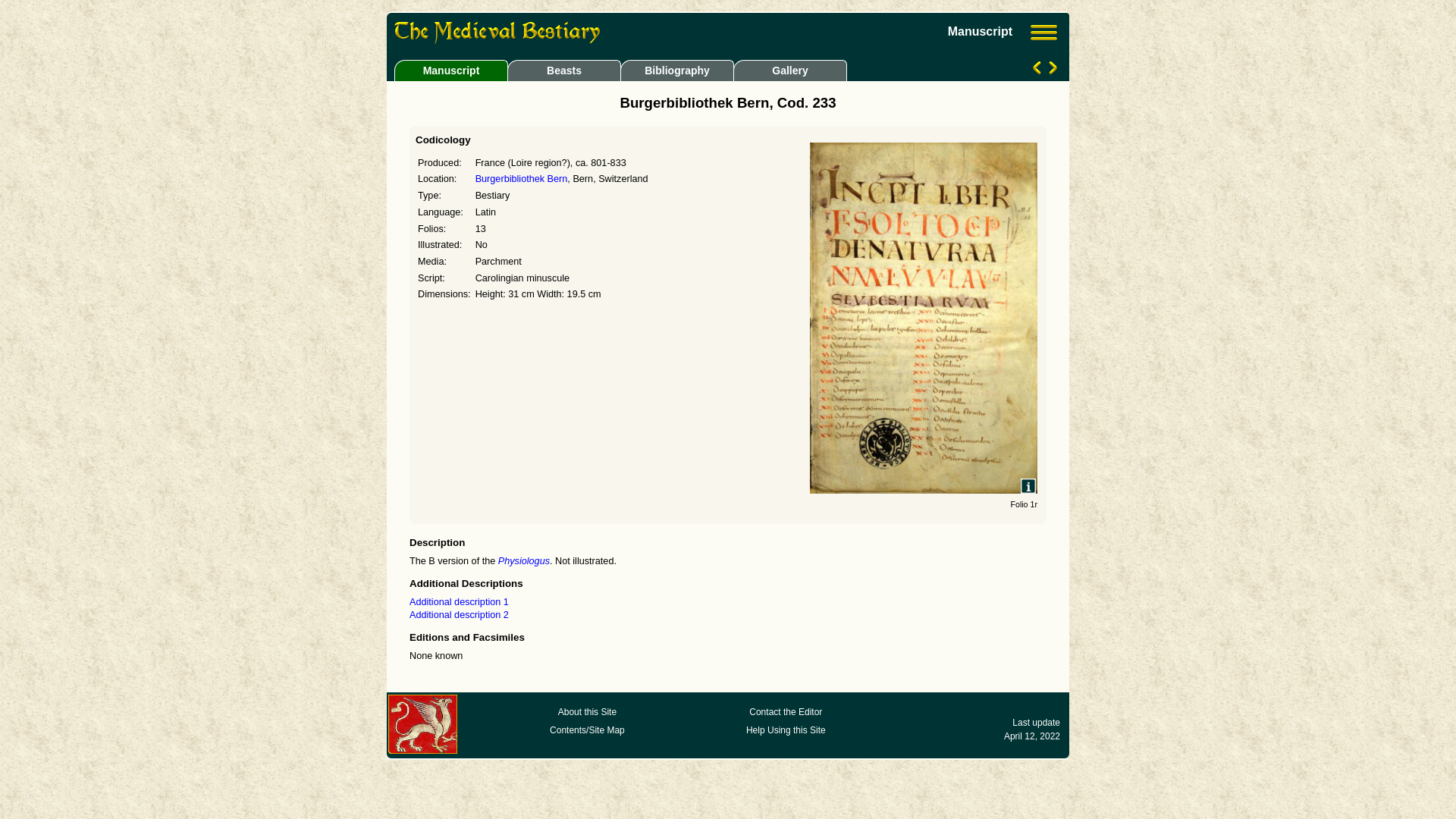 The width and height of the screenshot is (1456, 819). Describe the element at coordinates (586, 730) in the screenshot. I see `'Contents/Site Map'` at that location.